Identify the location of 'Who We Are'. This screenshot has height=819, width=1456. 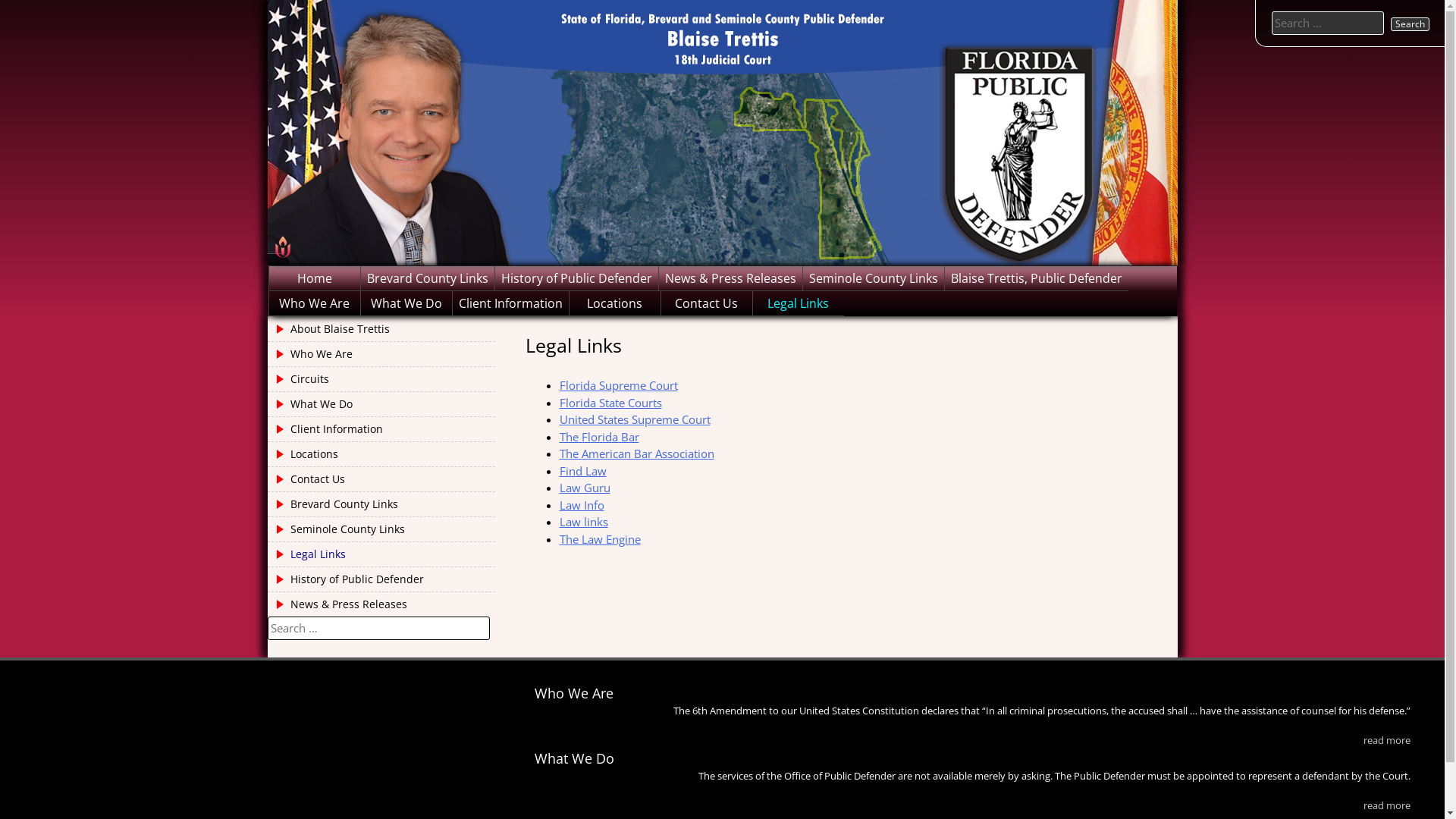
(312, 303).